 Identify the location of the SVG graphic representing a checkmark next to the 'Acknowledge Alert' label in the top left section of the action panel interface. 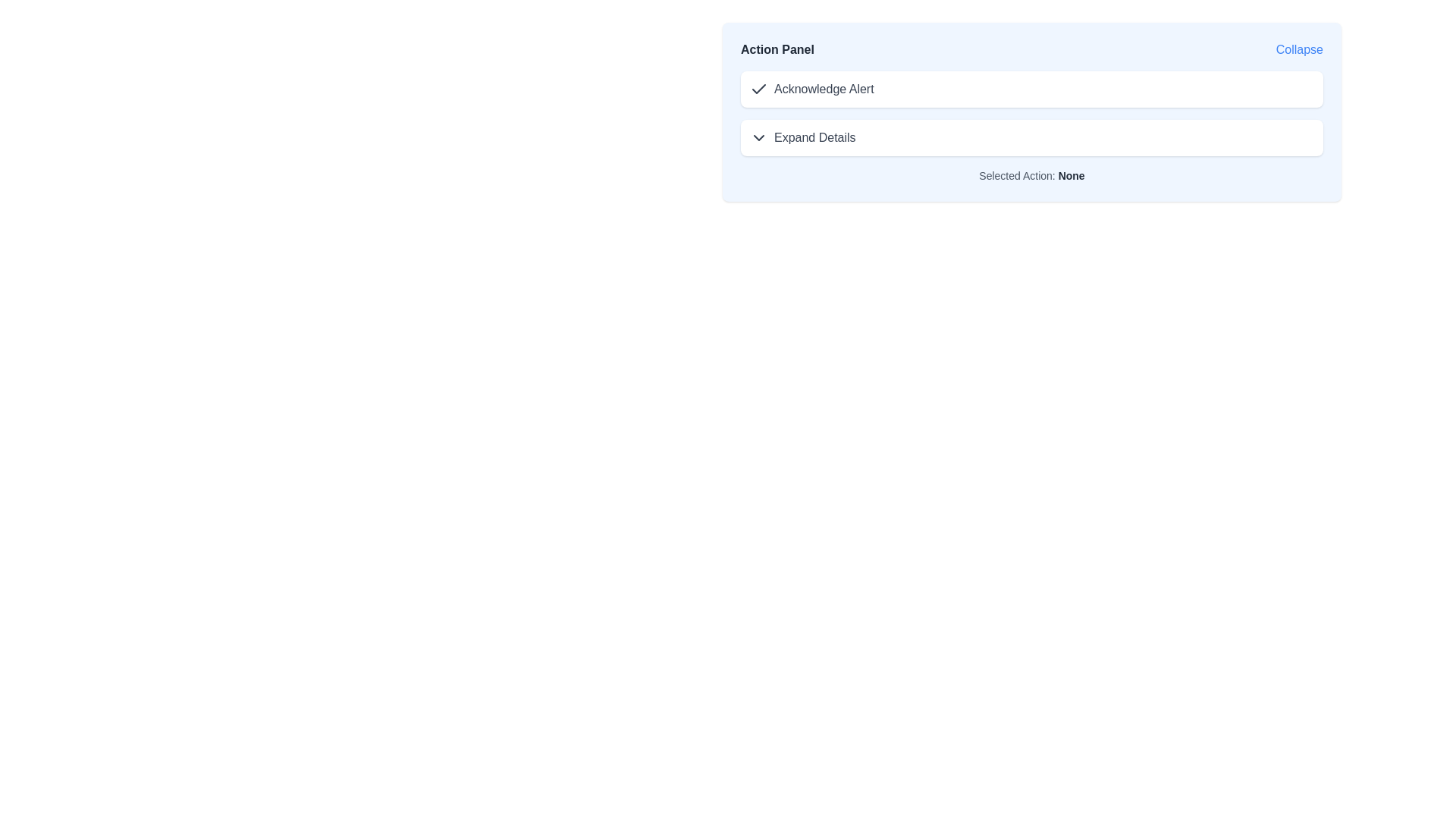
(759, 89).